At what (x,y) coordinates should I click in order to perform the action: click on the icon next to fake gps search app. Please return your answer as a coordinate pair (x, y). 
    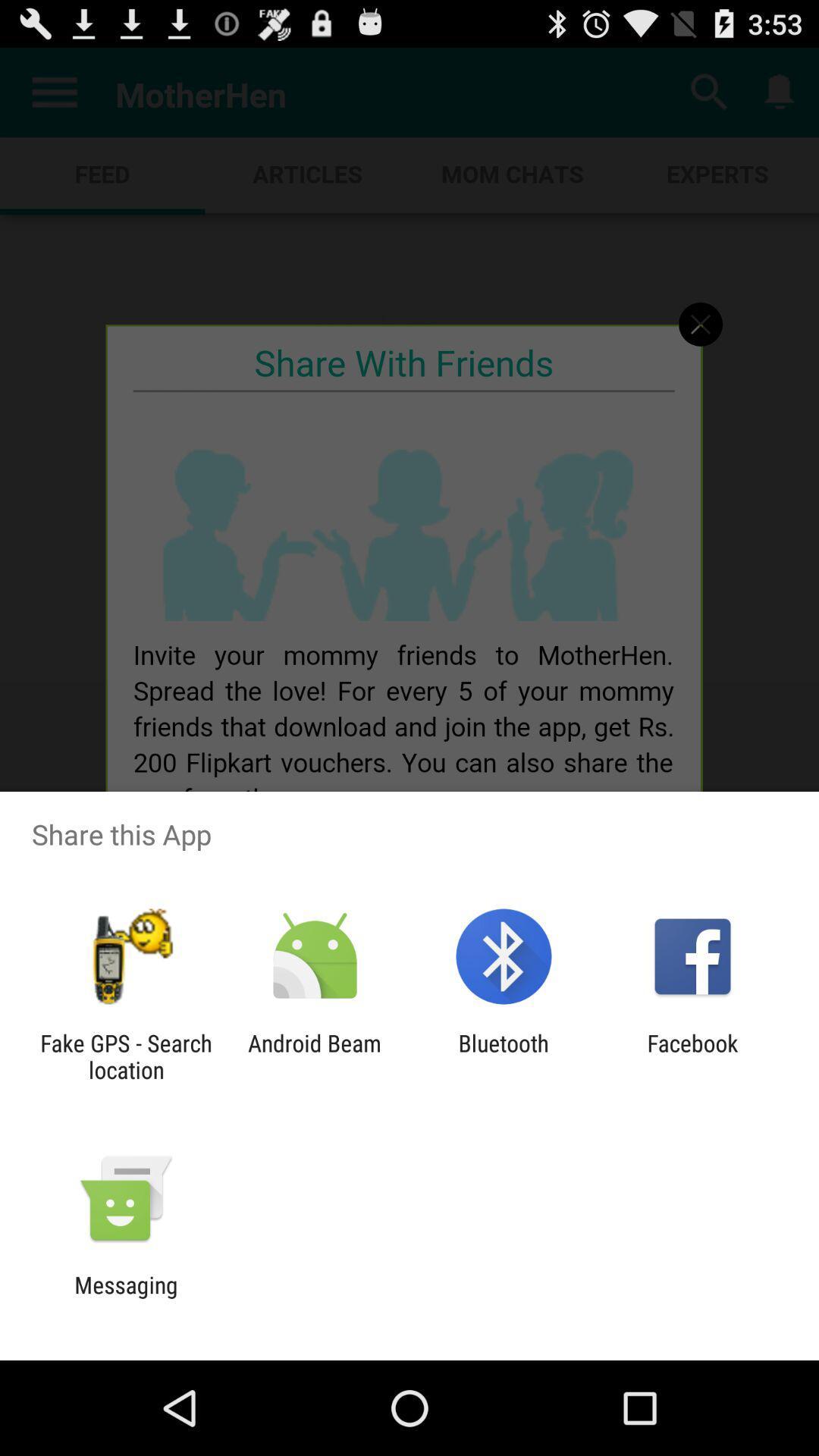
    Looking at the image, I should click on (314, 1056).